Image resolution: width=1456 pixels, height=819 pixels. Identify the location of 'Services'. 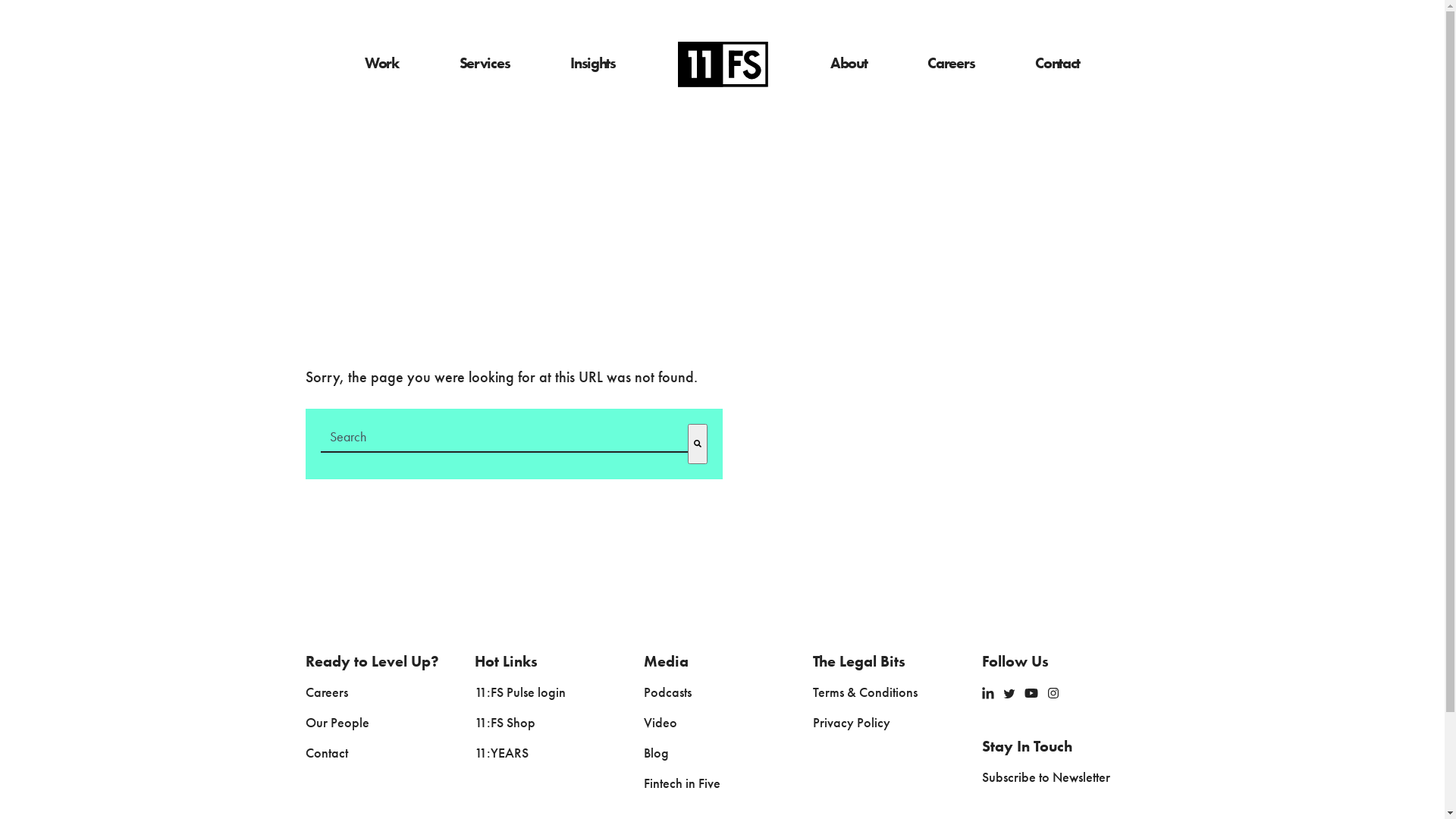
(484, 63).